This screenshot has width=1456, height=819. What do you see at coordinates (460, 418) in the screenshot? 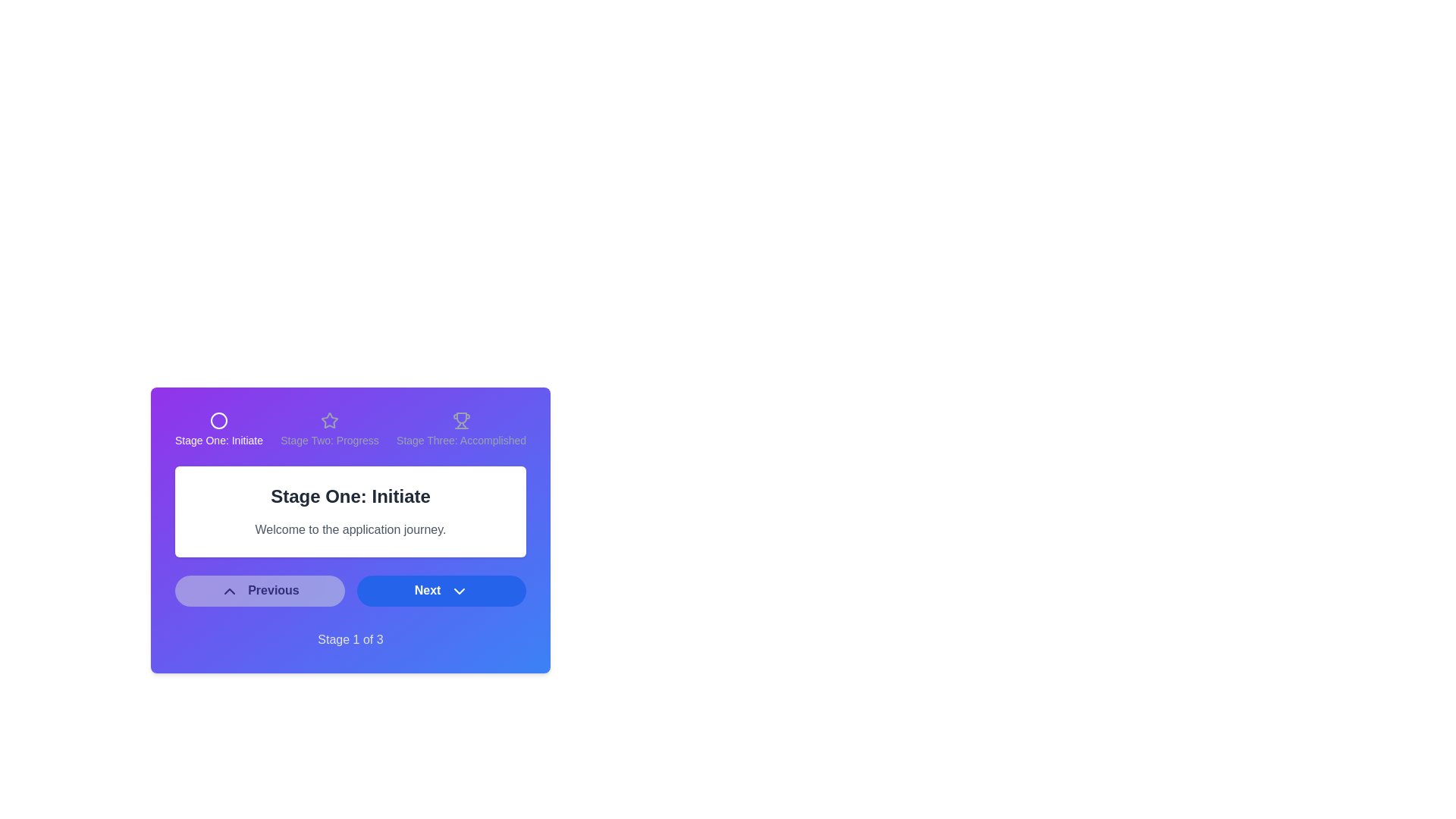
I see `the upper main portion of the trophy icon representing the 'Stage Three: Accomplished' state in the top-right information panel of the interface` at bounding box center [460, 418].